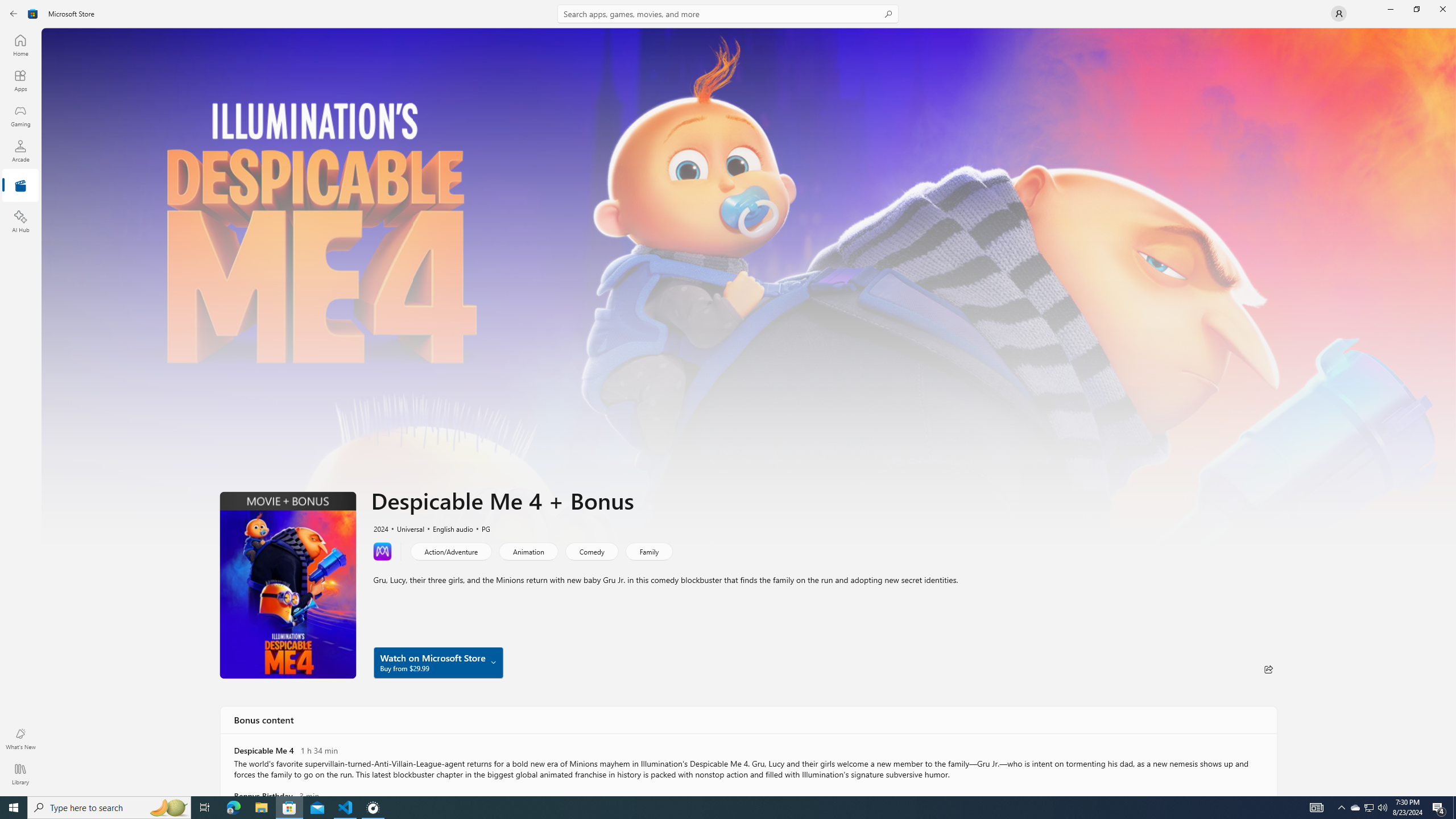  Describe the element at coordinates (728, 13) in the screenshot. I see `'Search'` at that location.